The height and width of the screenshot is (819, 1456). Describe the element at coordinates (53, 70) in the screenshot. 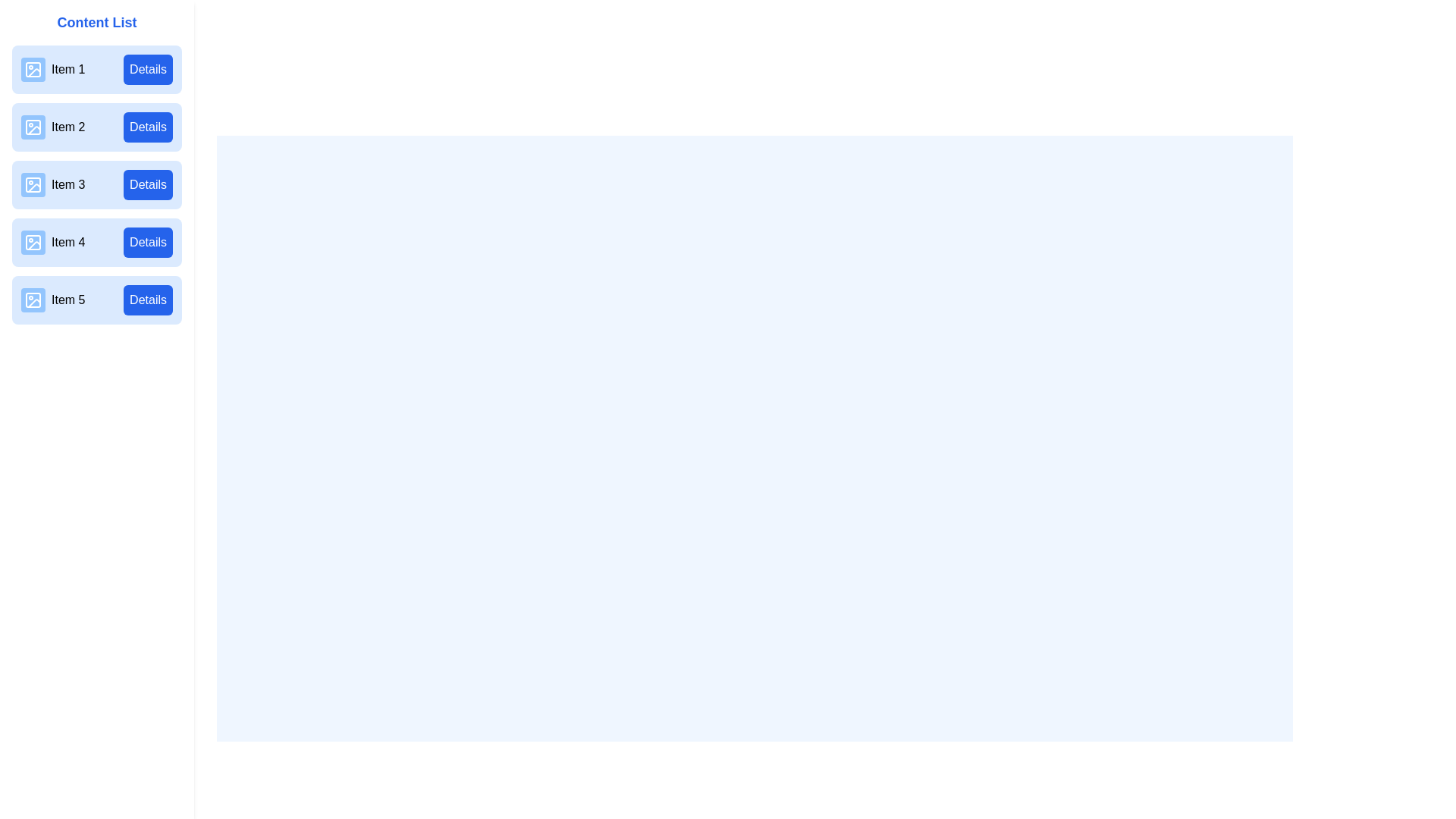

I see `the text label displaying 'Item 1' which is situated next to an image icon within the first card of a vertically aligned list` at that location.